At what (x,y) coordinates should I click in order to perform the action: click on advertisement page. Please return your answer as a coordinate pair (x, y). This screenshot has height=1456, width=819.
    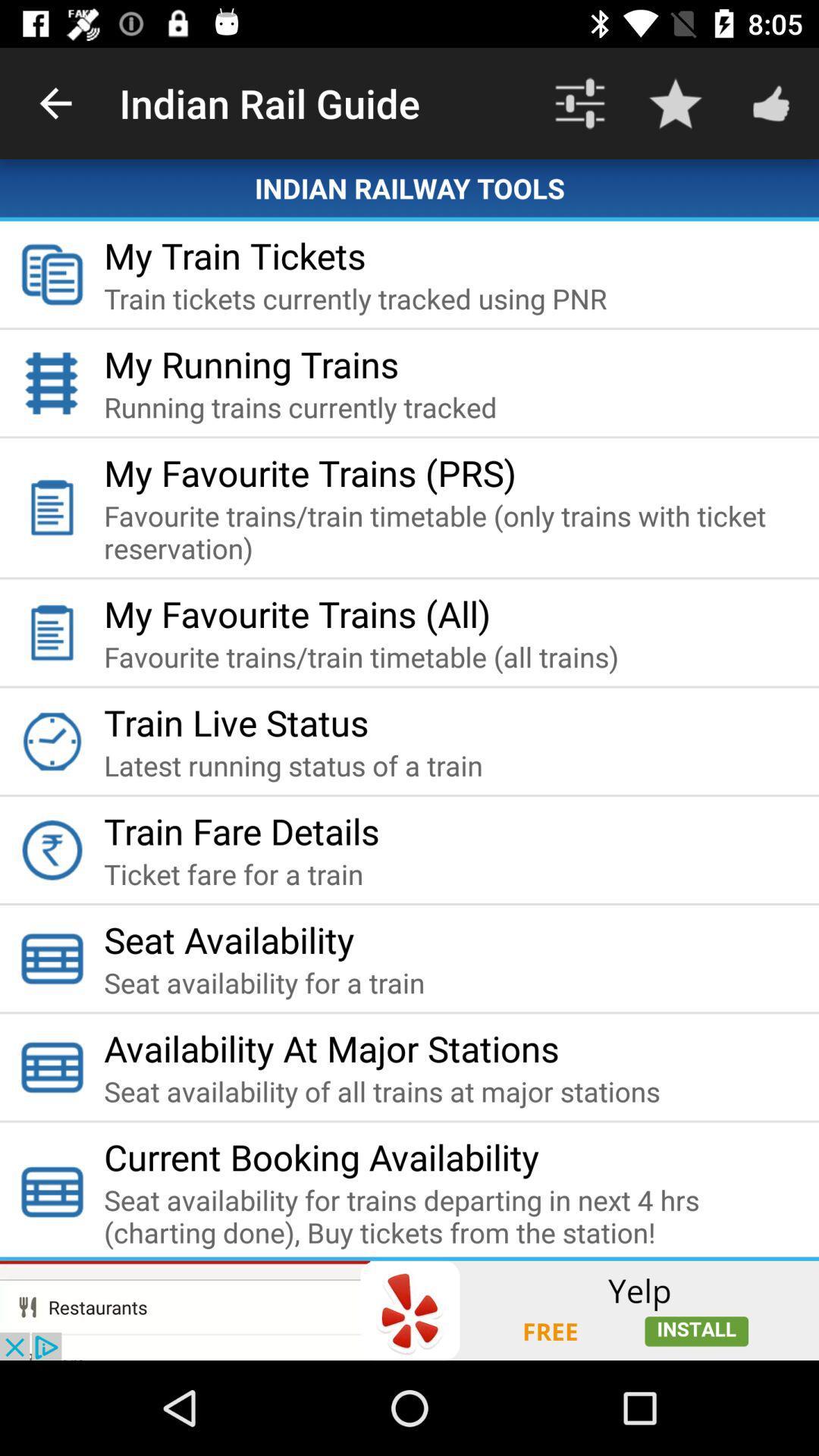
    Looking at the image, I should click on (409, 1310).